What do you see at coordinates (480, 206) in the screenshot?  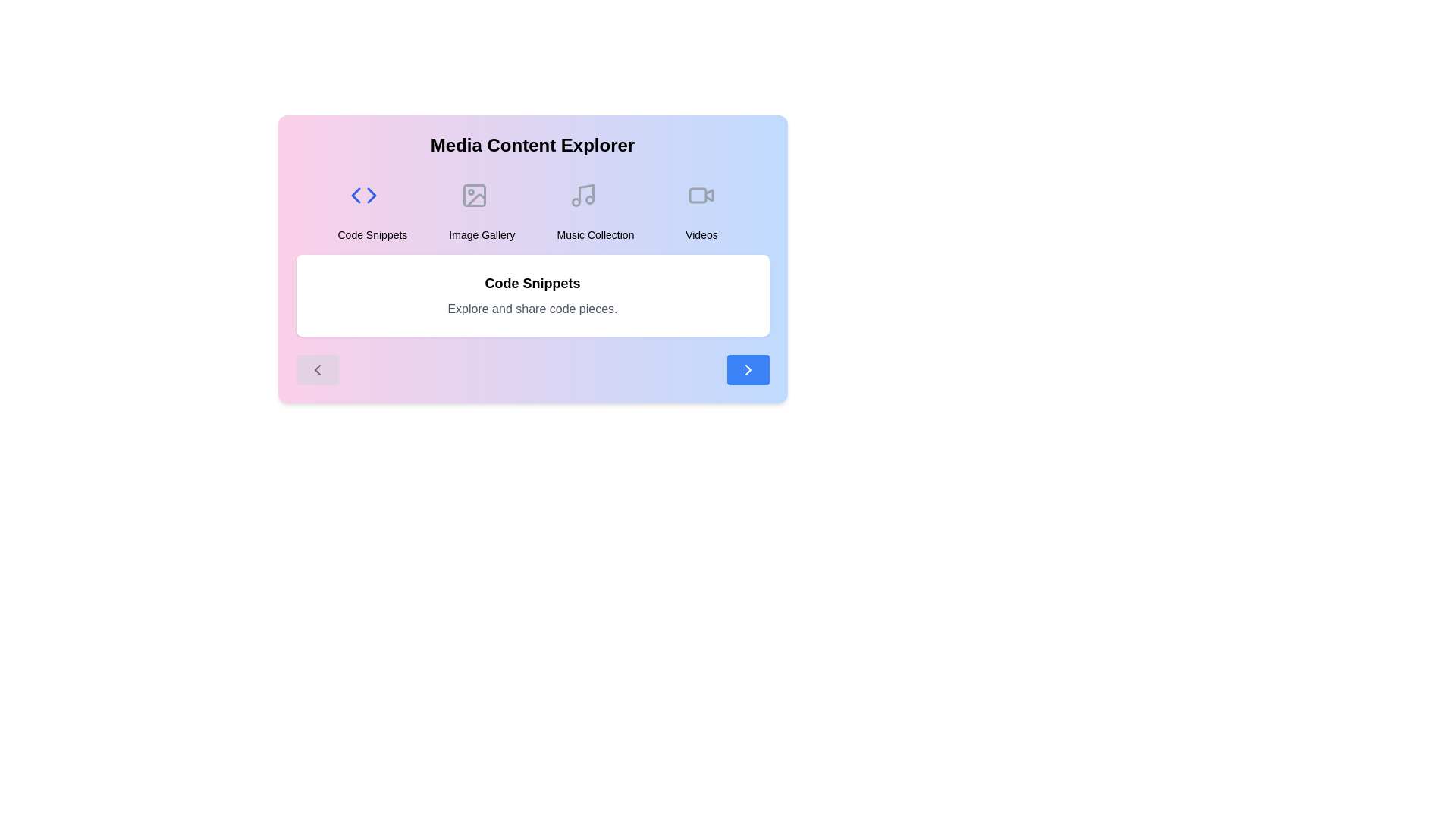 I see `the content category Image Gallery by clicking on its respective button` at bounding box center [480, 206].